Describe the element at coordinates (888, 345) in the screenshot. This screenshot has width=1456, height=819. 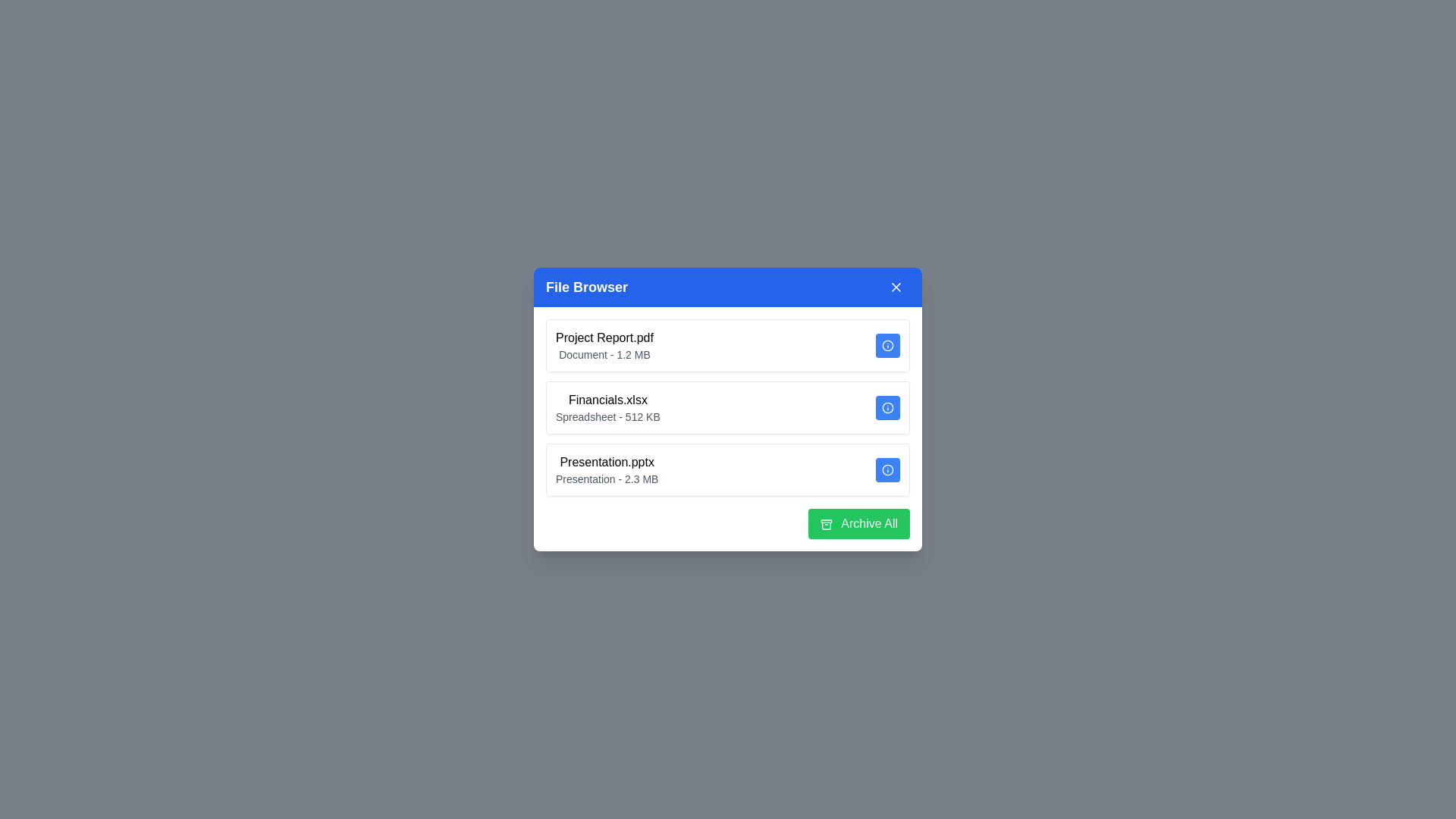
I see `'info' button for the file named Project Report.pdf` at that location.